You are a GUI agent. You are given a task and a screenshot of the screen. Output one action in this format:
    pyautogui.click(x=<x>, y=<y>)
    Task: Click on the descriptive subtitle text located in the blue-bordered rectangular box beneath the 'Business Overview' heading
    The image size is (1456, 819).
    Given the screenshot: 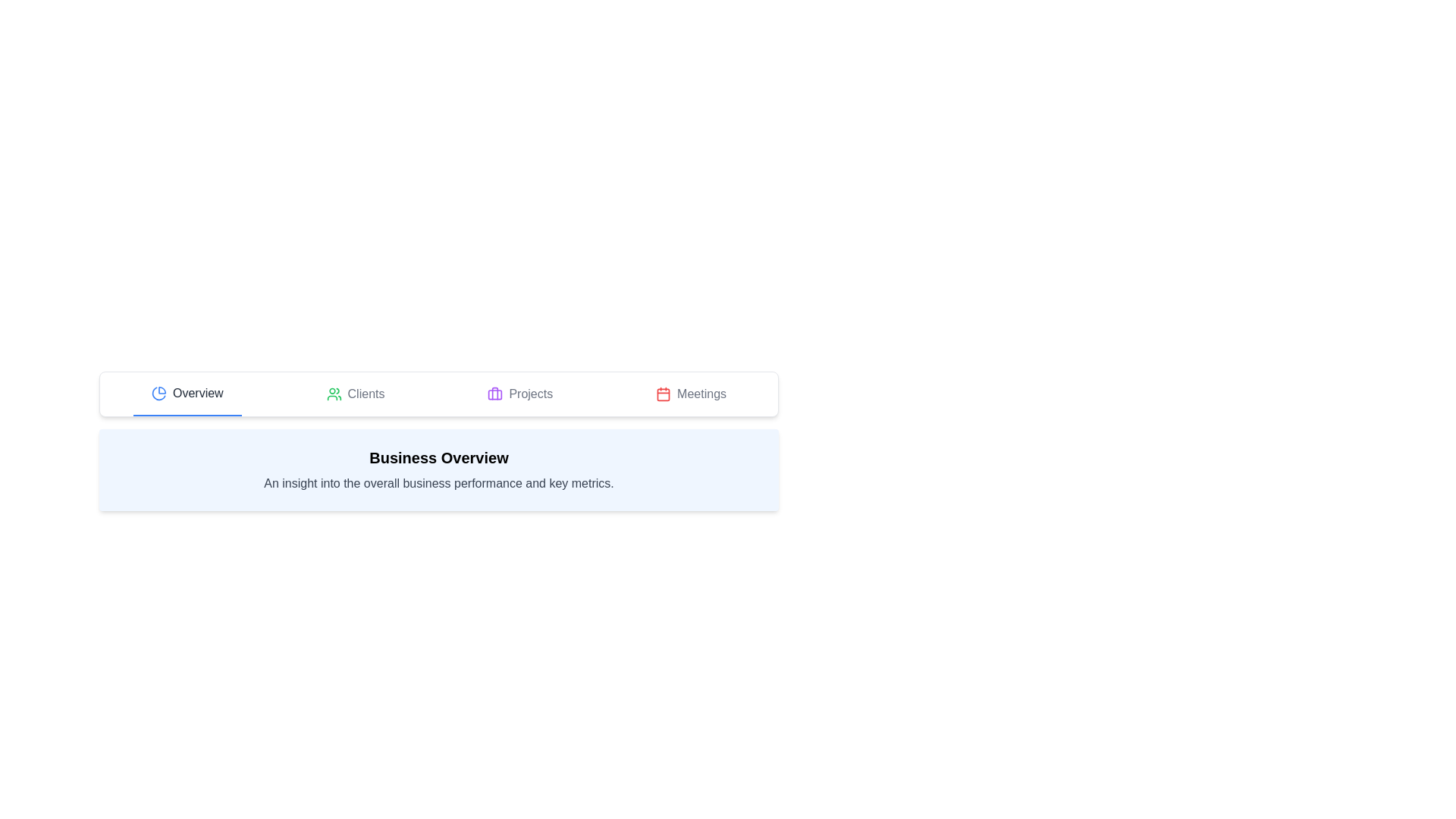 What is the action you would take?
    pyautogui.click(x=438, y=483)
    